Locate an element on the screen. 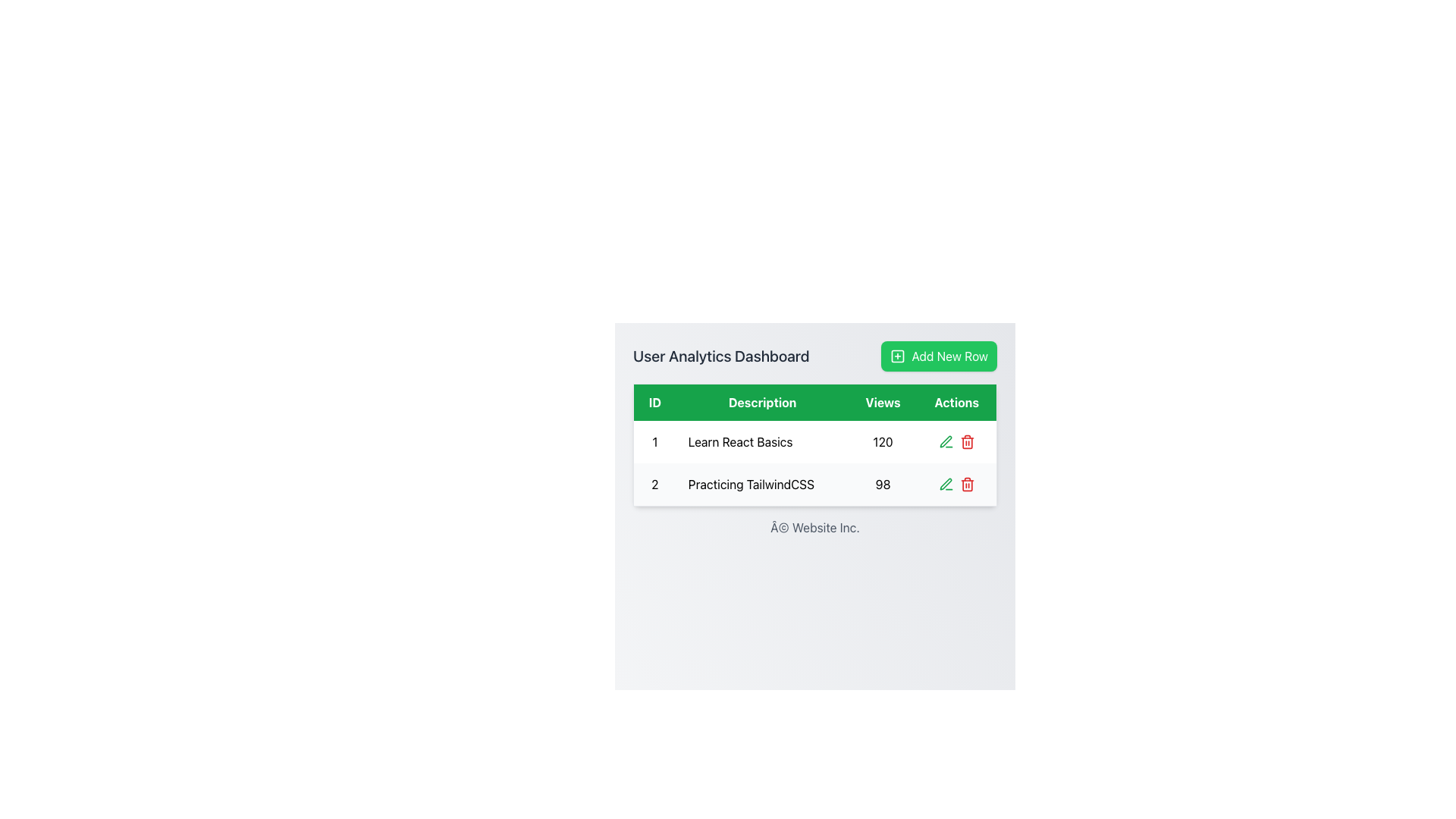  the Static Text Label, which serves as a title or header for the section, located at the center-left of the interface above a table-like layout is located at coordinates (720, 356).